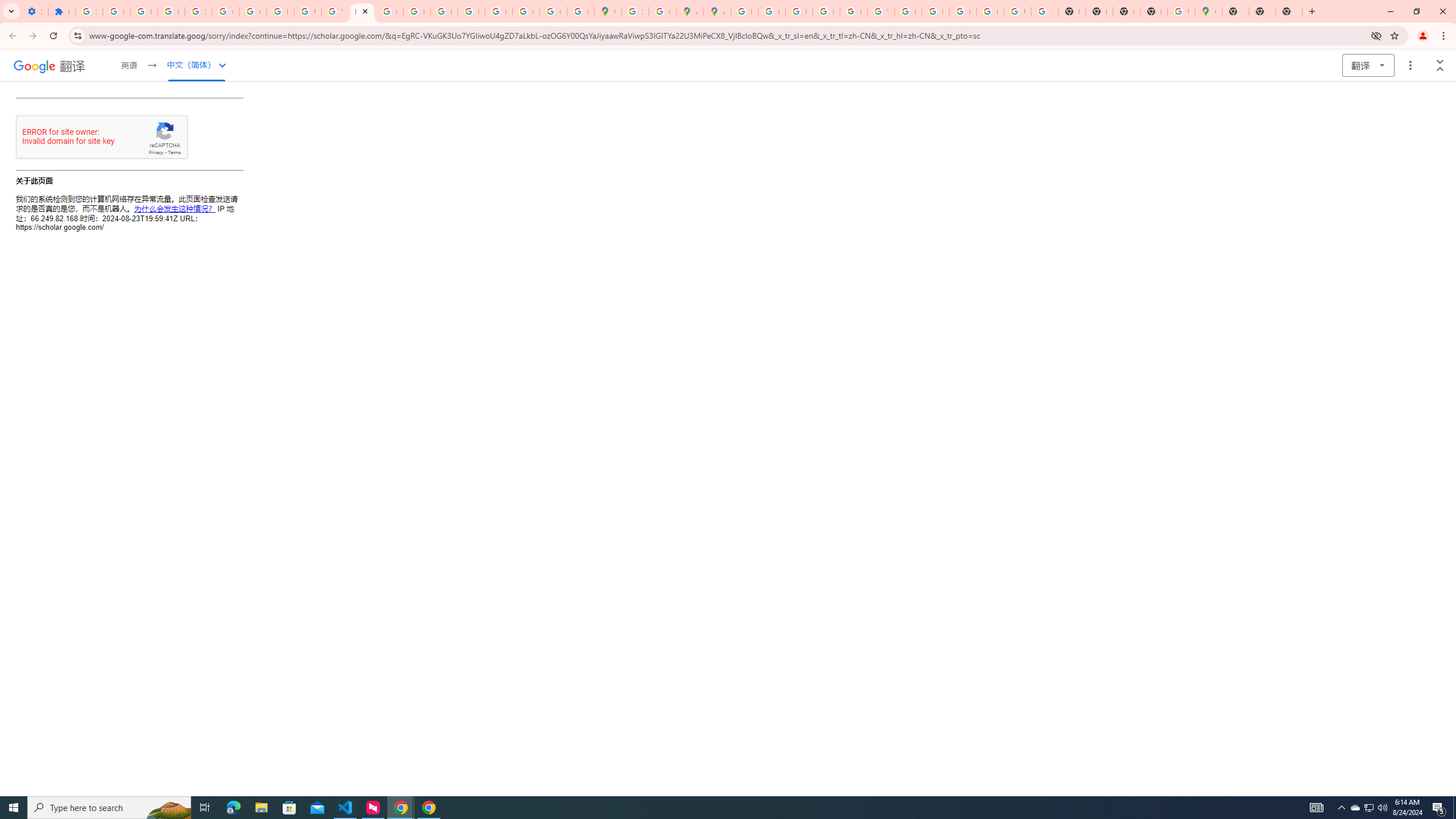 The image size is (1456, 819). I want to click on 'Use Google Maps in Space - Google Maps Help', so click(1180, 11).